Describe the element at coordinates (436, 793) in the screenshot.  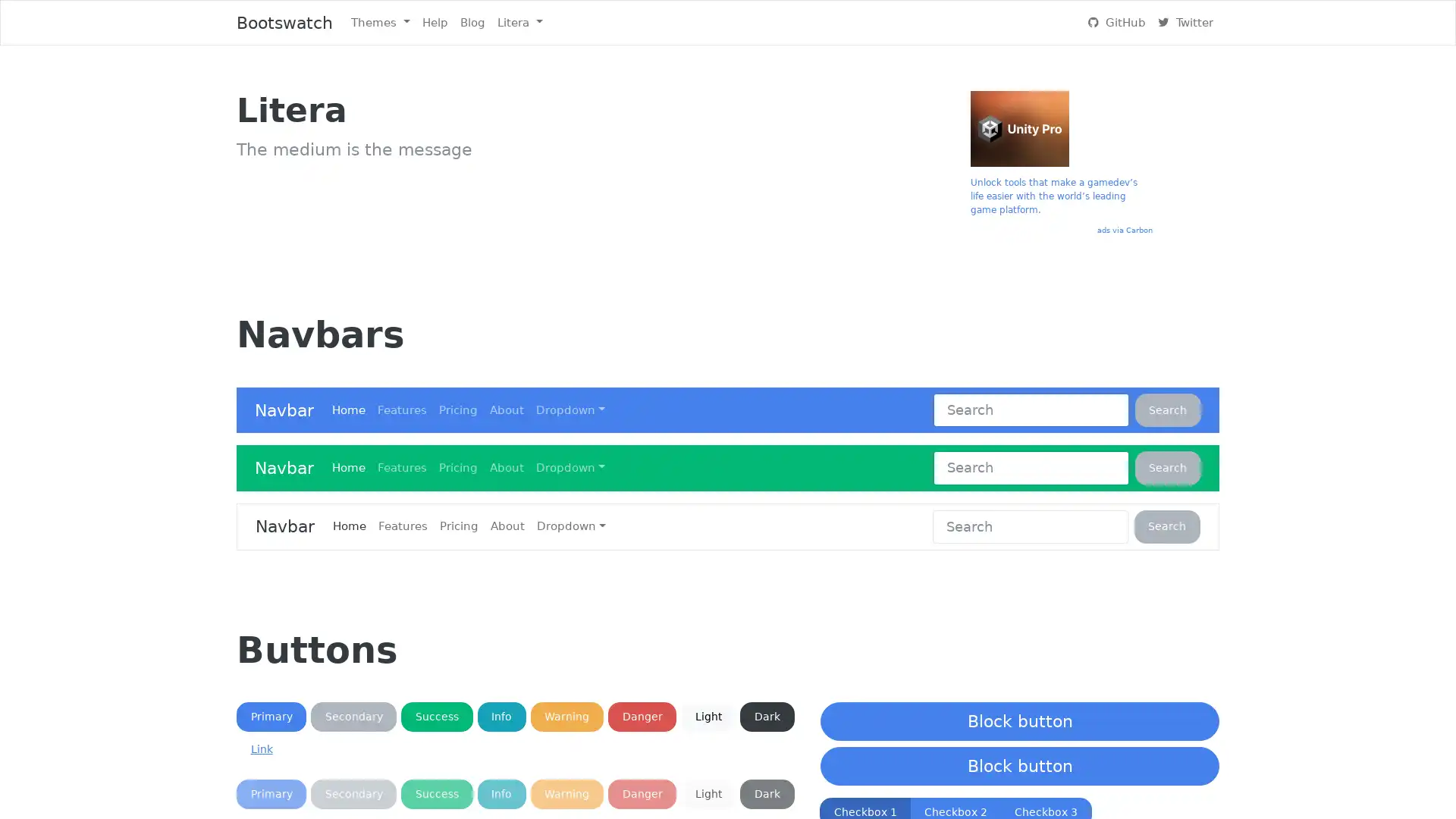
I see `Success` at that location.